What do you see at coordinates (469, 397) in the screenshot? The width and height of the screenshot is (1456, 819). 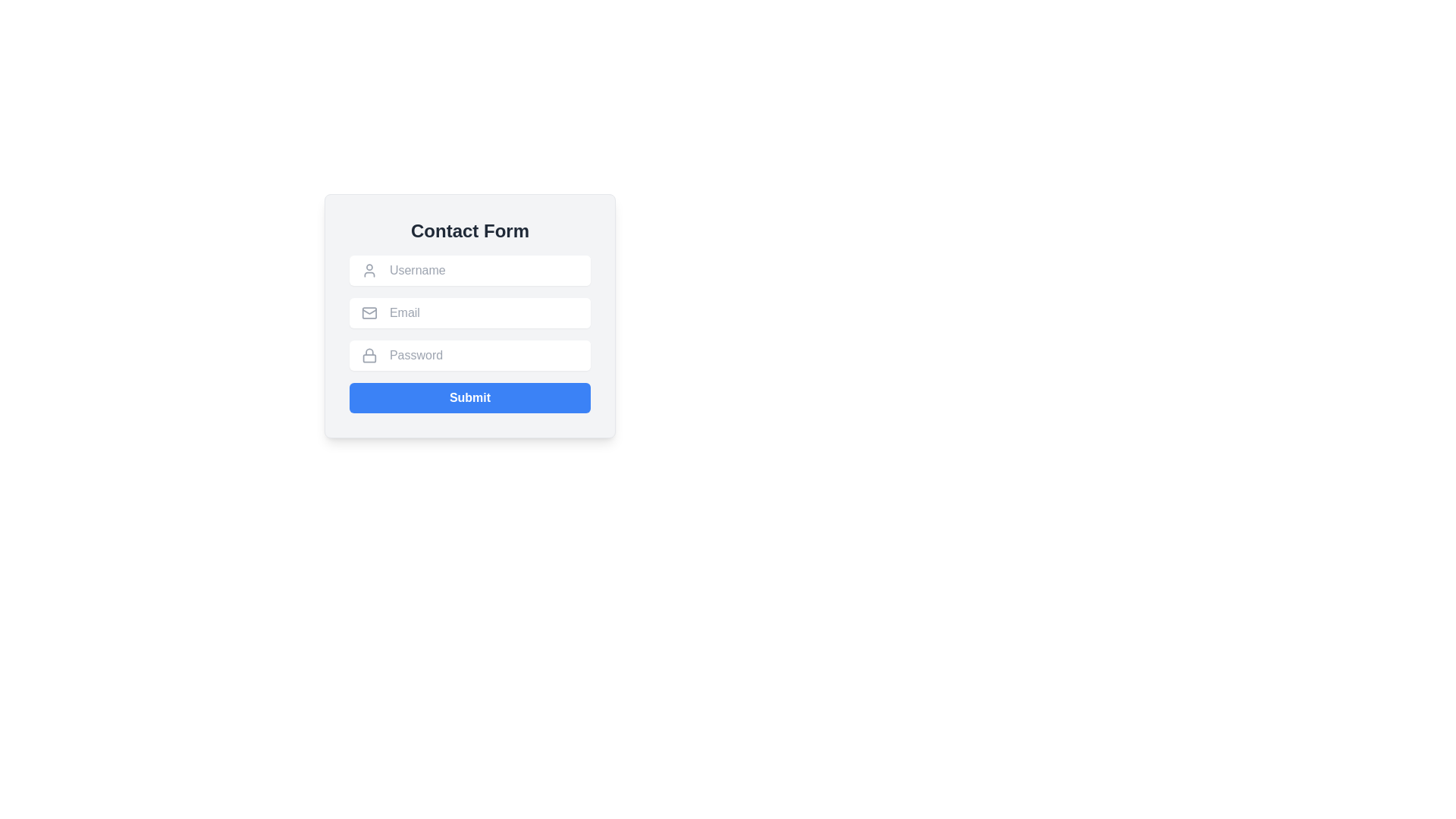 I see `the 'Submit' button with a blue background and rounded corners to trigger its visual hover state` at bounding box center [469, 397].